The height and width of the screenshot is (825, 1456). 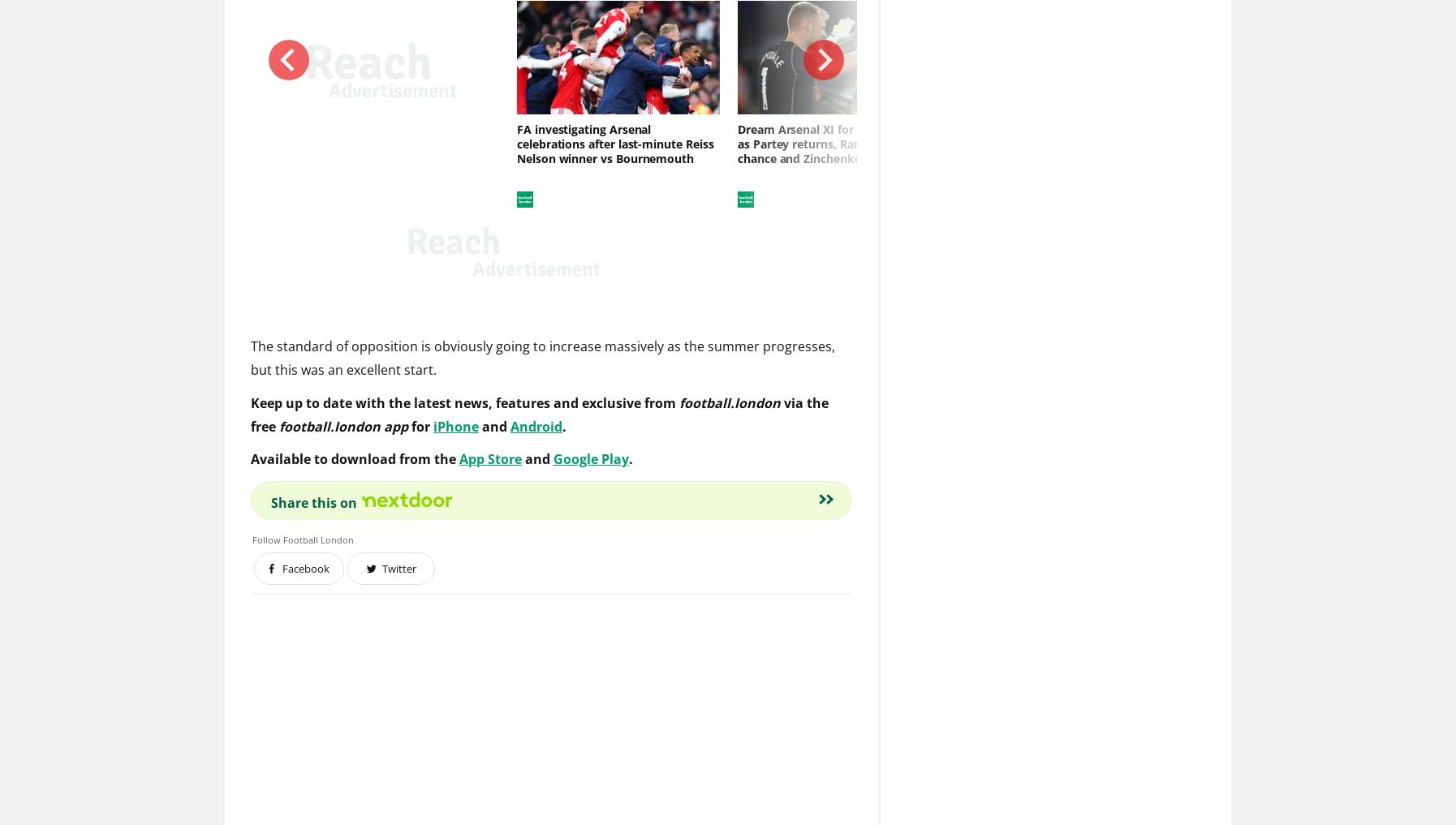 I want to click on 'Twitter', so click(x=398, y=569).